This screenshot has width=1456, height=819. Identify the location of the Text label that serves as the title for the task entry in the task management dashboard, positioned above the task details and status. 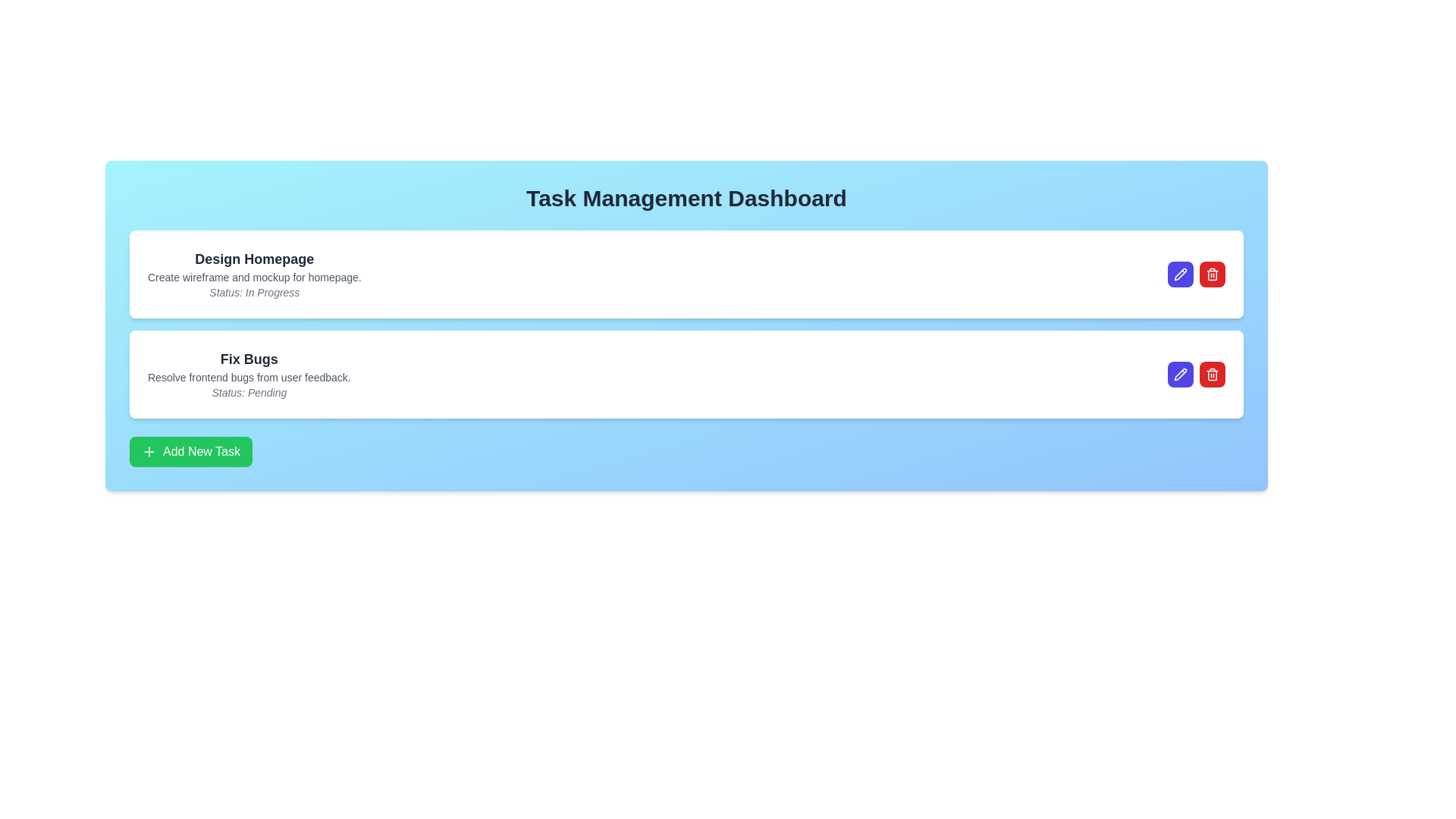
(249, 359).